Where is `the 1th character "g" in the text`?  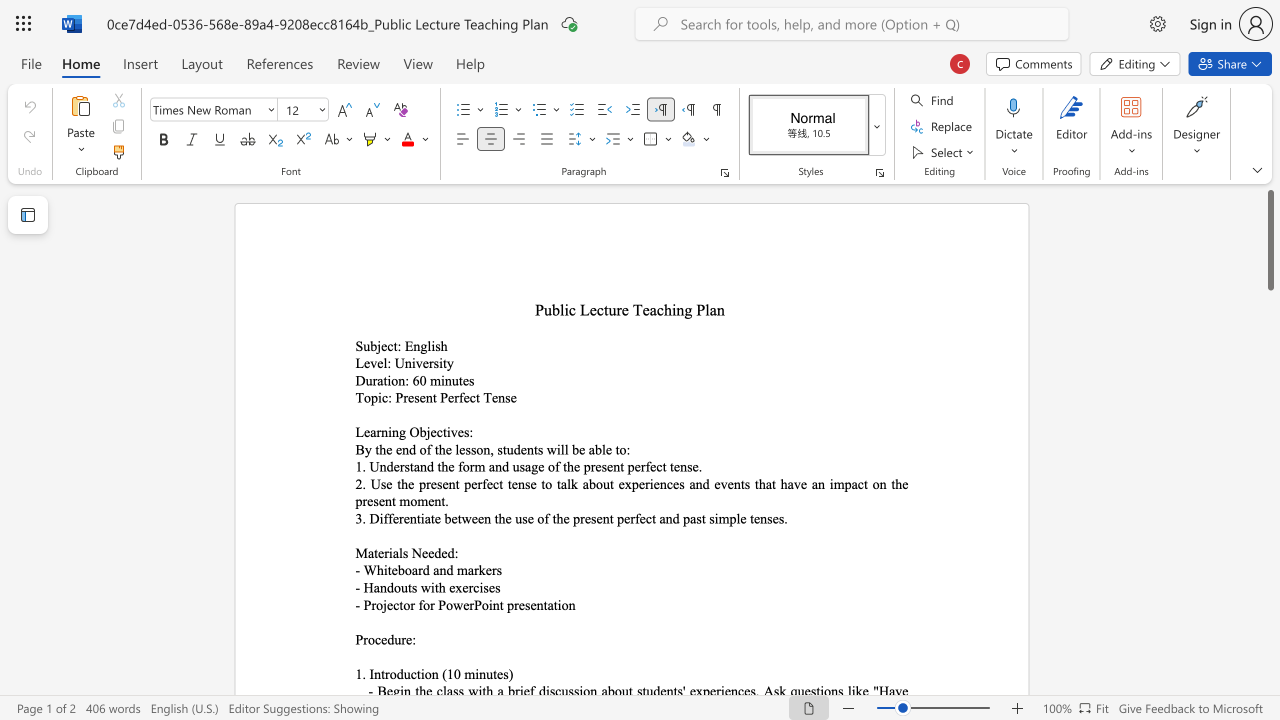
the 1th character "g" in the text is located at coordinates (422, 345).